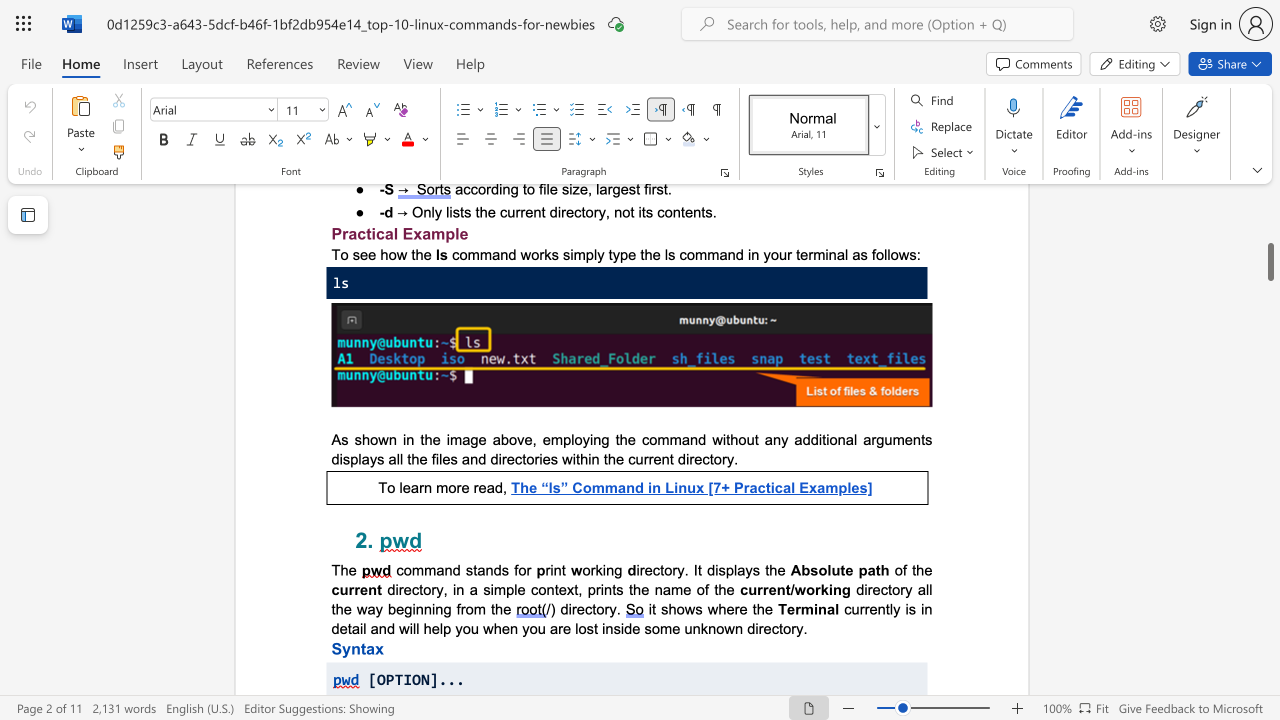 This screenshot has height=720, width=1280. Describe the element at coordinates (676, 608) in the screenshot. I see `the subset text "ows wh" within the text "it shows where the"` at that location.